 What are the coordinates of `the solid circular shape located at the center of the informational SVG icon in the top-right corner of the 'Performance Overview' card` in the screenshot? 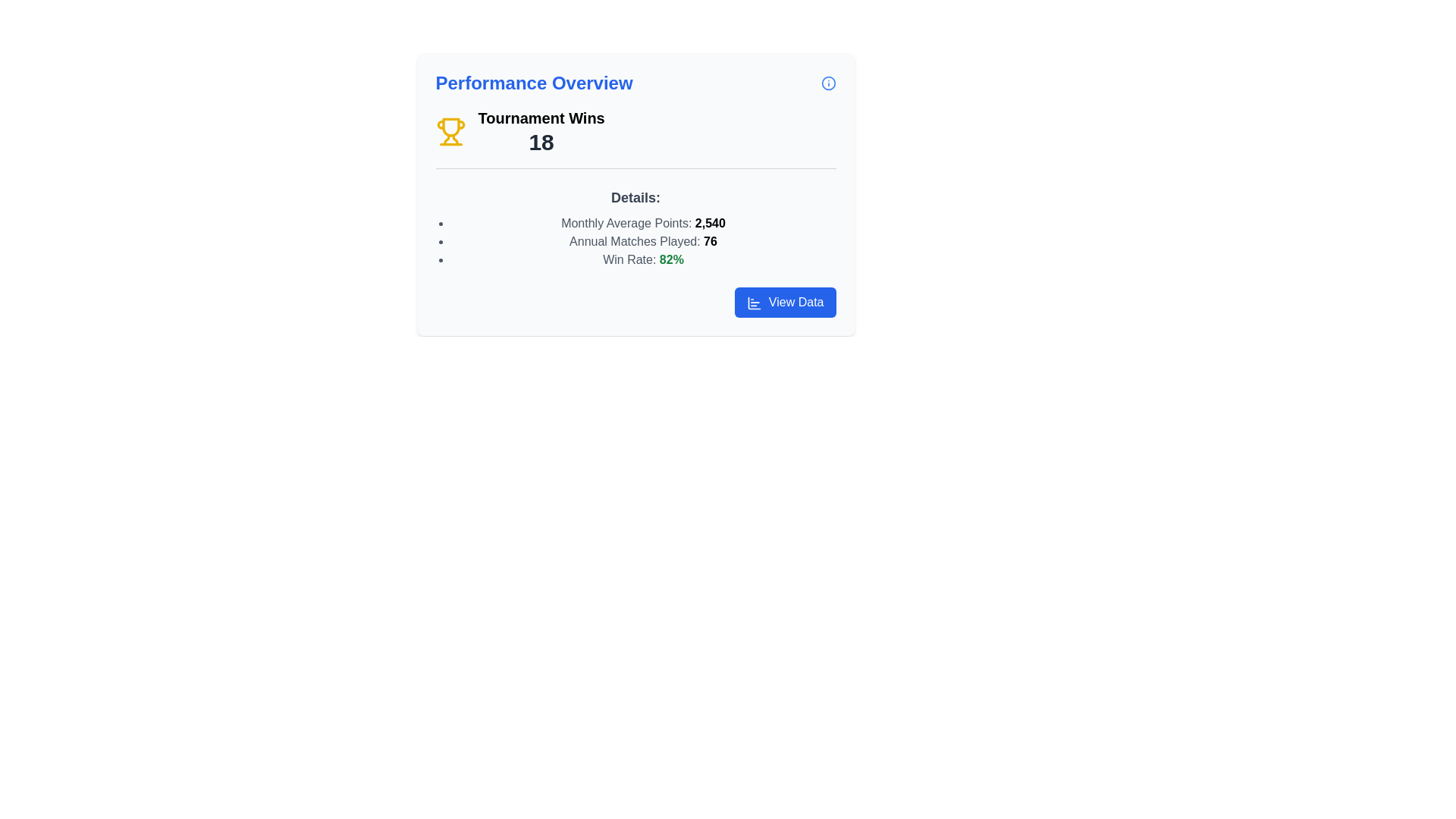 It's located at (827, 83).